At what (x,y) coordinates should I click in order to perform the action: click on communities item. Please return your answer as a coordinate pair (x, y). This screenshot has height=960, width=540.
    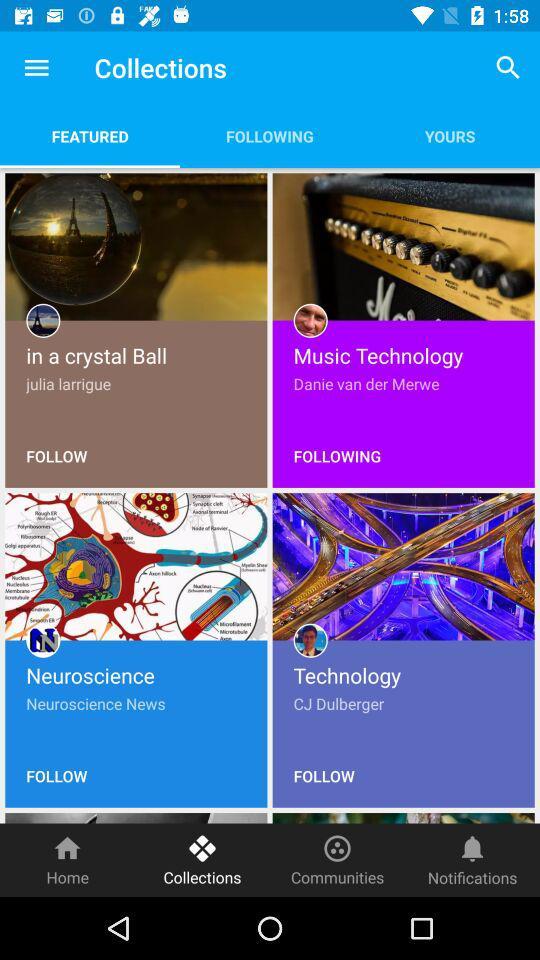
    Looking at the image, I should click on (337, 859).